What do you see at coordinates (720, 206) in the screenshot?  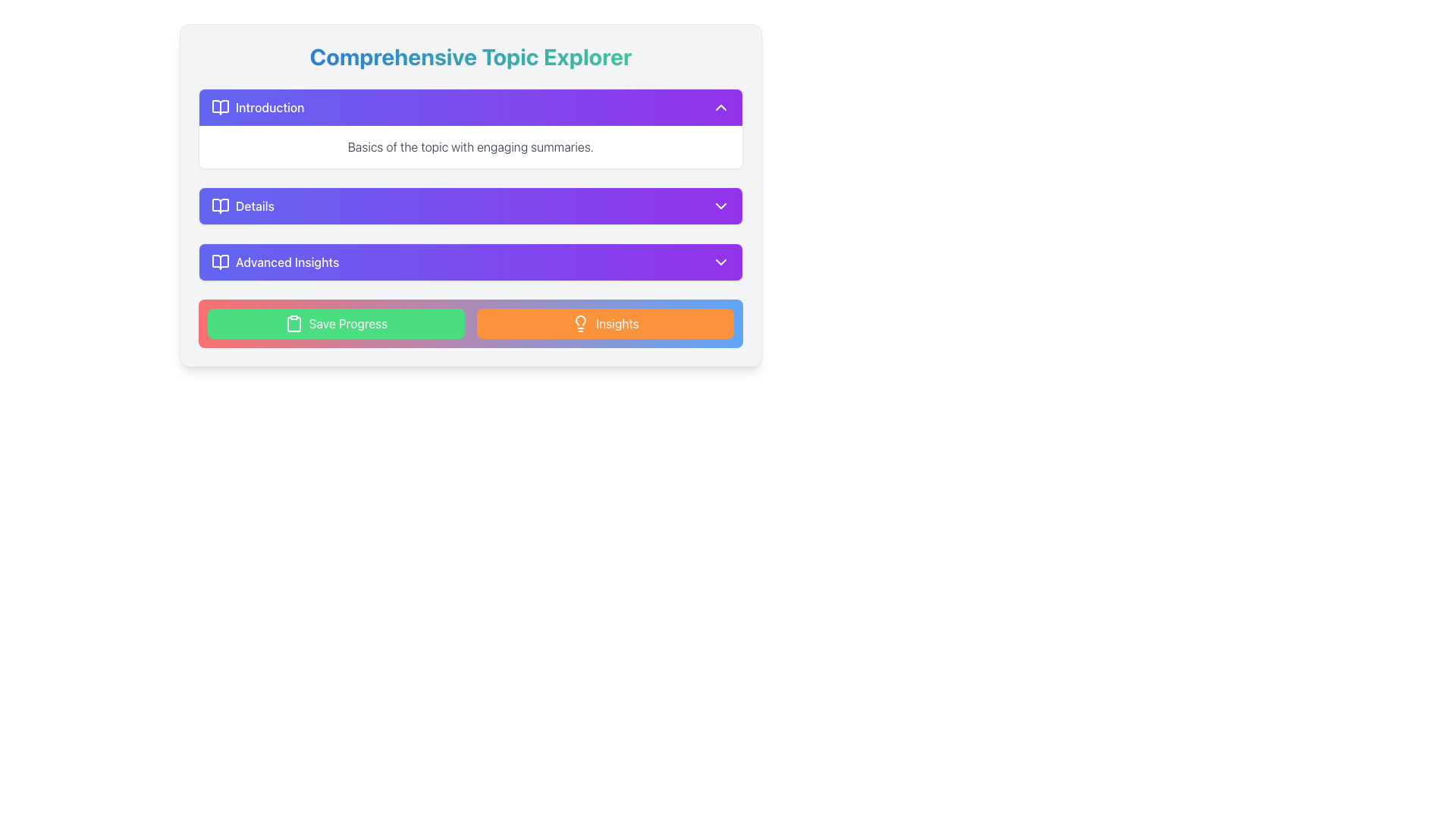 I see `the icon on the right side of the 'Details' section header` at bounding box center [720, 206].